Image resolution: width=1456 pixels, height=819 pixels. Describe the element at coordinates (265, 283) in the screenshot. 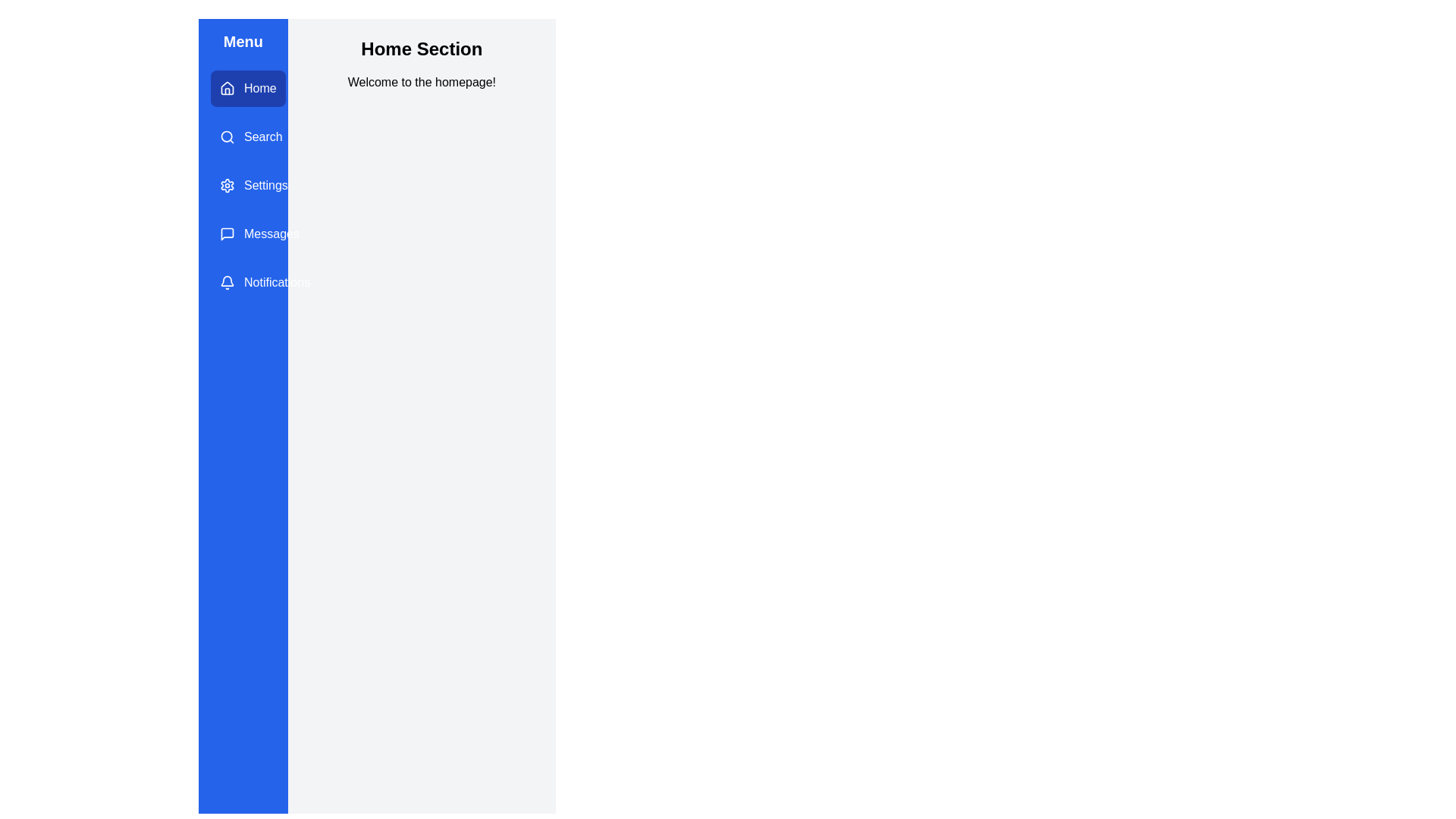

I see `the 'Notifications' button in the vertical navigation menu, which has a blue background and a bell icon on the left` at that location.